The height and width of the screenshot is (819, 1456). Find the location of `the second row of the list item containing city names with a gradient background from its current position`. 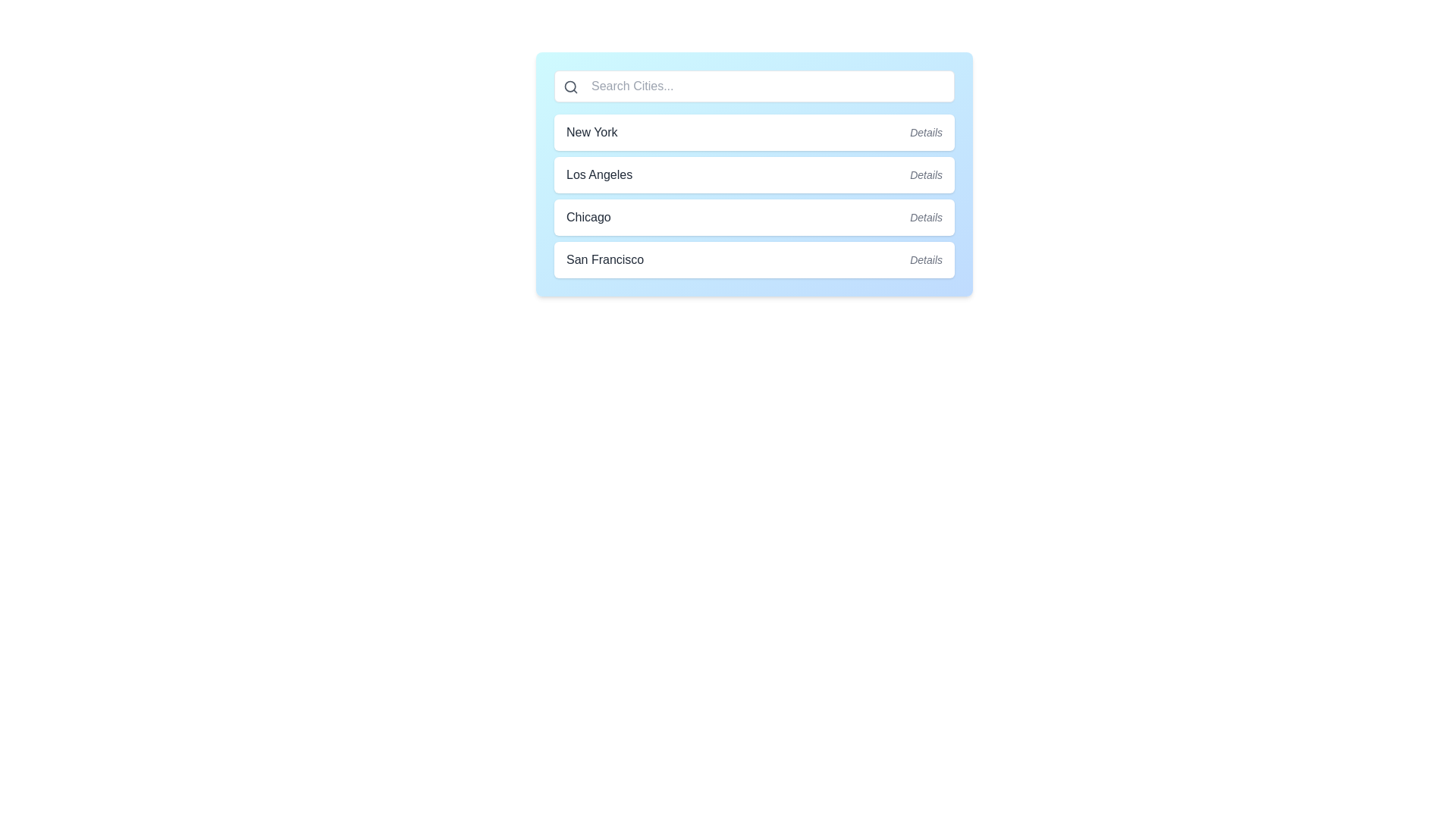

the second row of the list item containing city names with a gradient background from its current position is located at coordinates (754, 174).